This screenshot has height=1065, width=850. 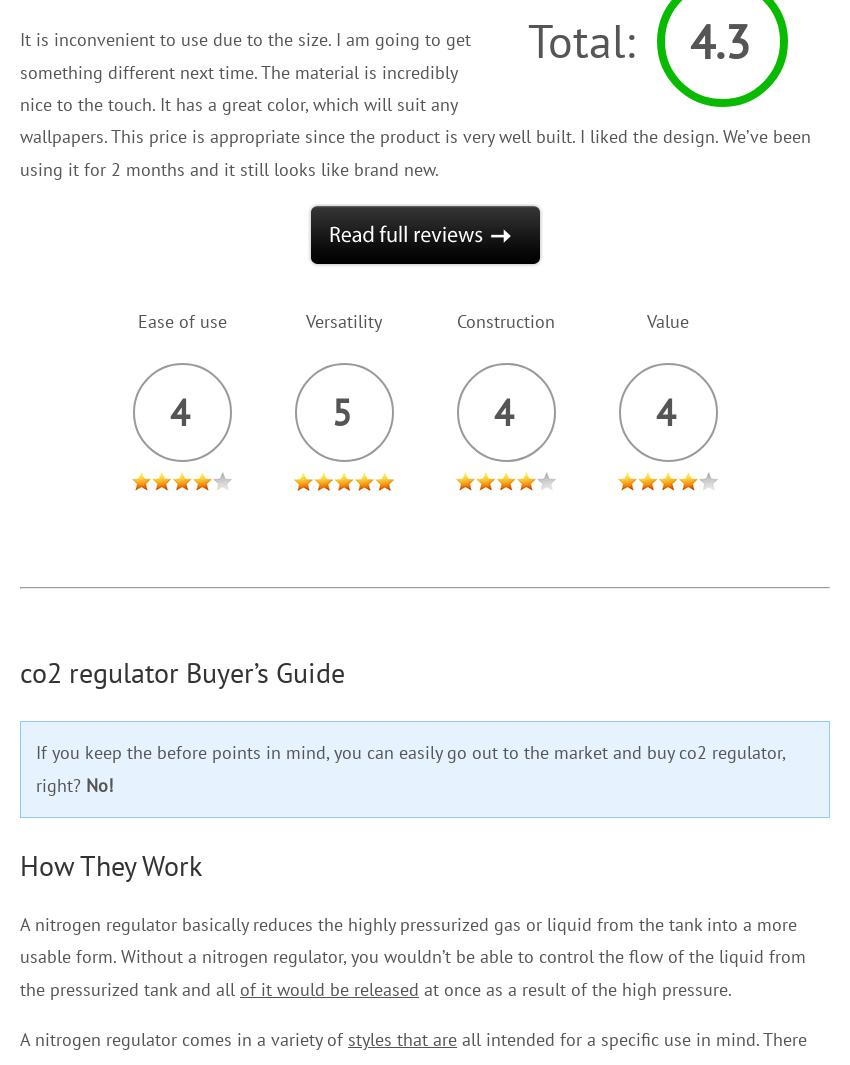 I want to click on 'A nitrogen regulator comes in a variety of', so click(x=18, y=1039).